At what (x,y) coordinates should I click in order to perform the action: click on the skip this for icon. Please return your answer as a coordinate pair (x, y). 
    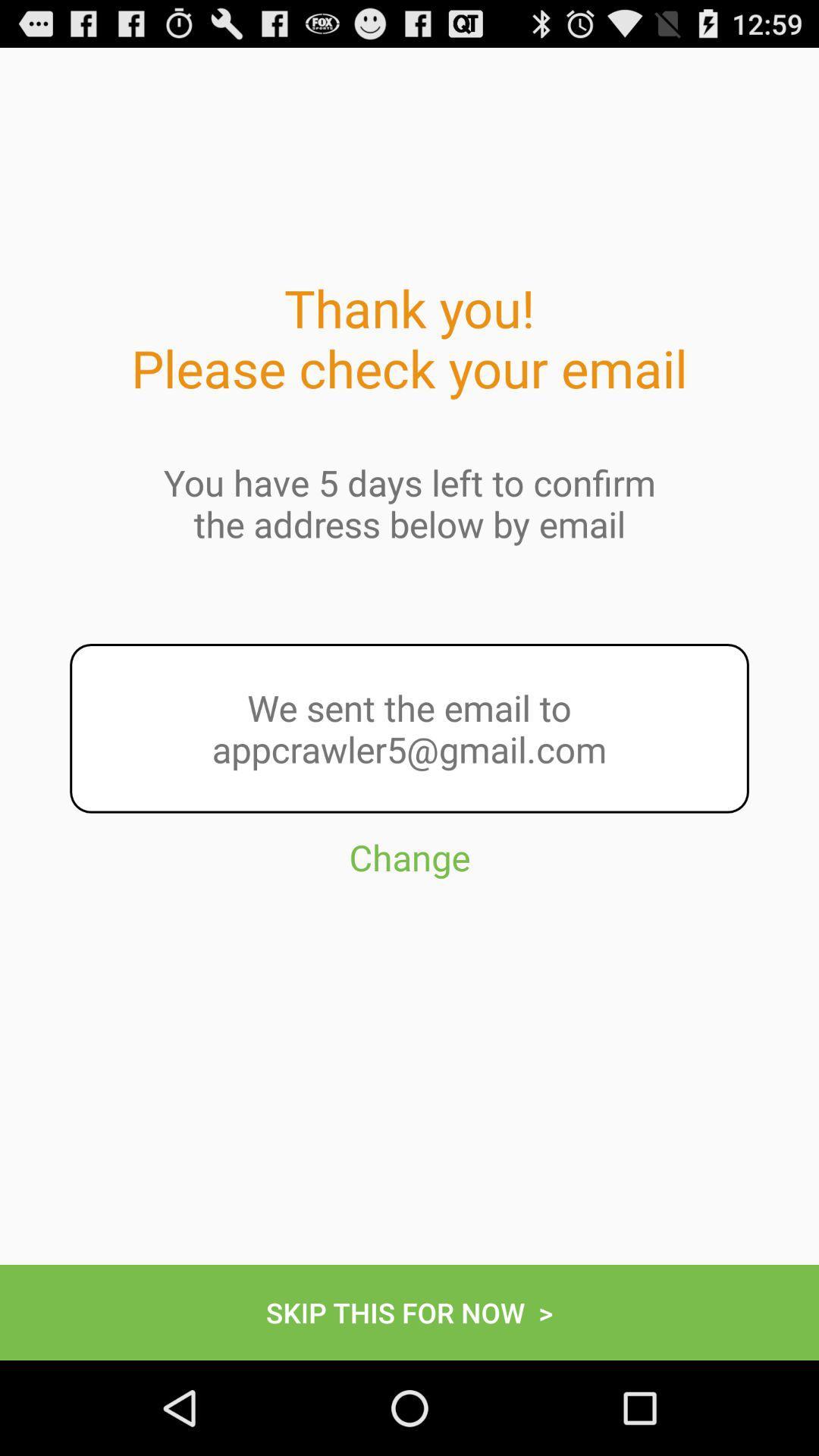
    Looking at the image, I should click on (409, 1312).